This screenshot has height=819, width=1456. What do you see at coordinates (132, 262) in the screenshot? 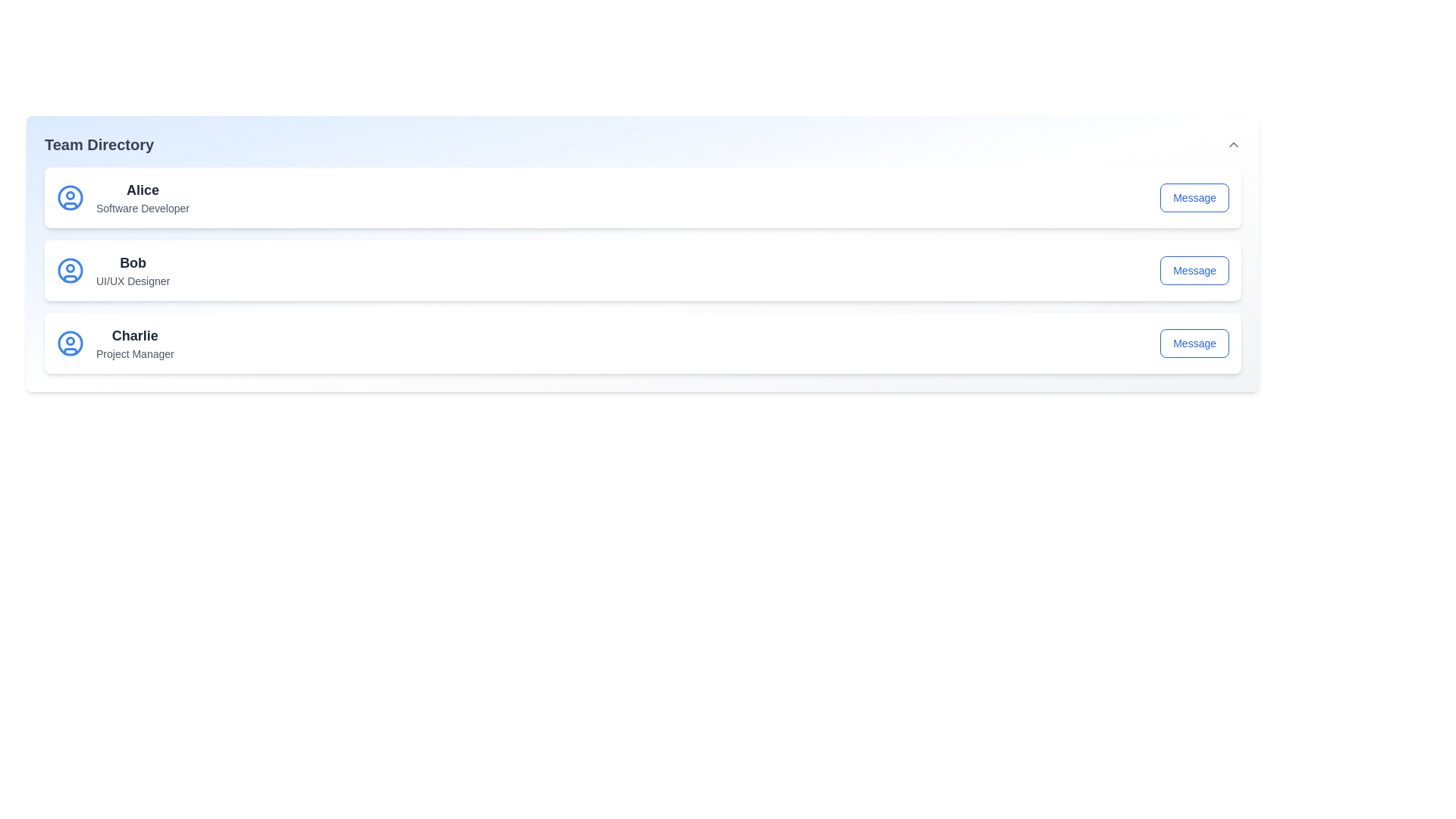
I see `the bold static text label displaying the name 'Bob'` at bounding box center [132, 262].